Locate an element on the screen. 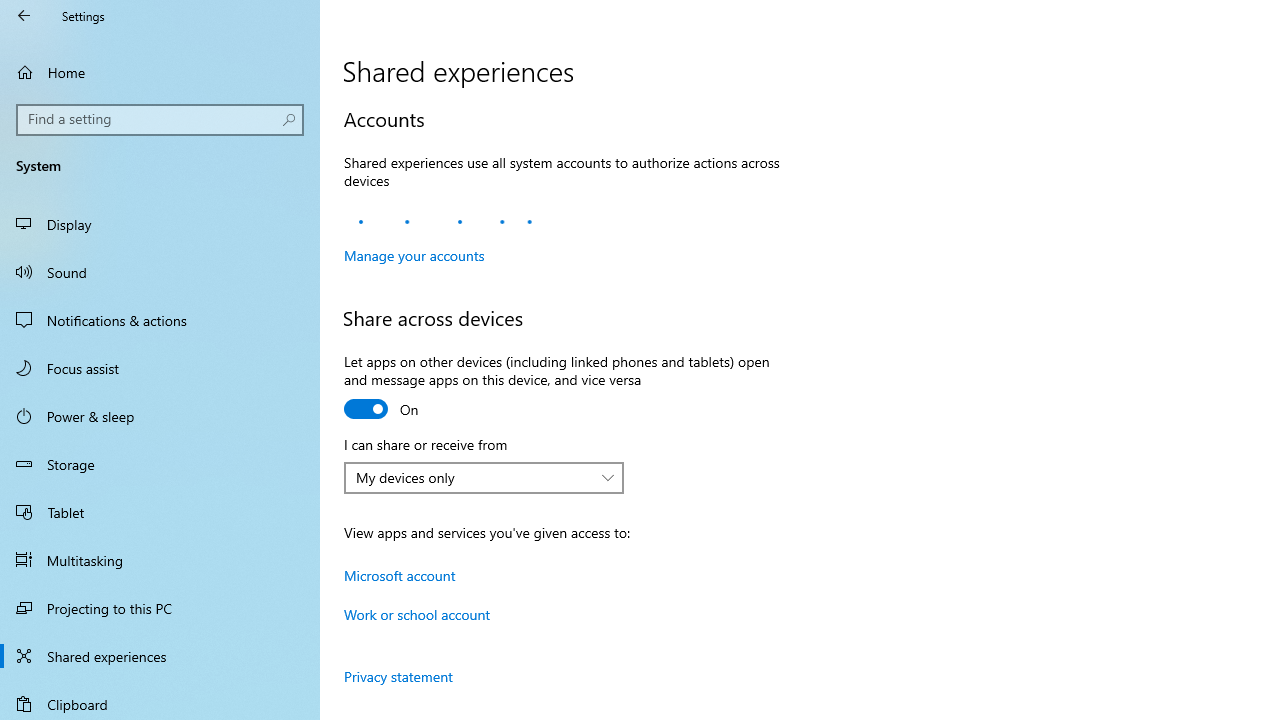 The height and width of the screenshot is (720, 1280). 'Home' is located at coordinates (160, 71).